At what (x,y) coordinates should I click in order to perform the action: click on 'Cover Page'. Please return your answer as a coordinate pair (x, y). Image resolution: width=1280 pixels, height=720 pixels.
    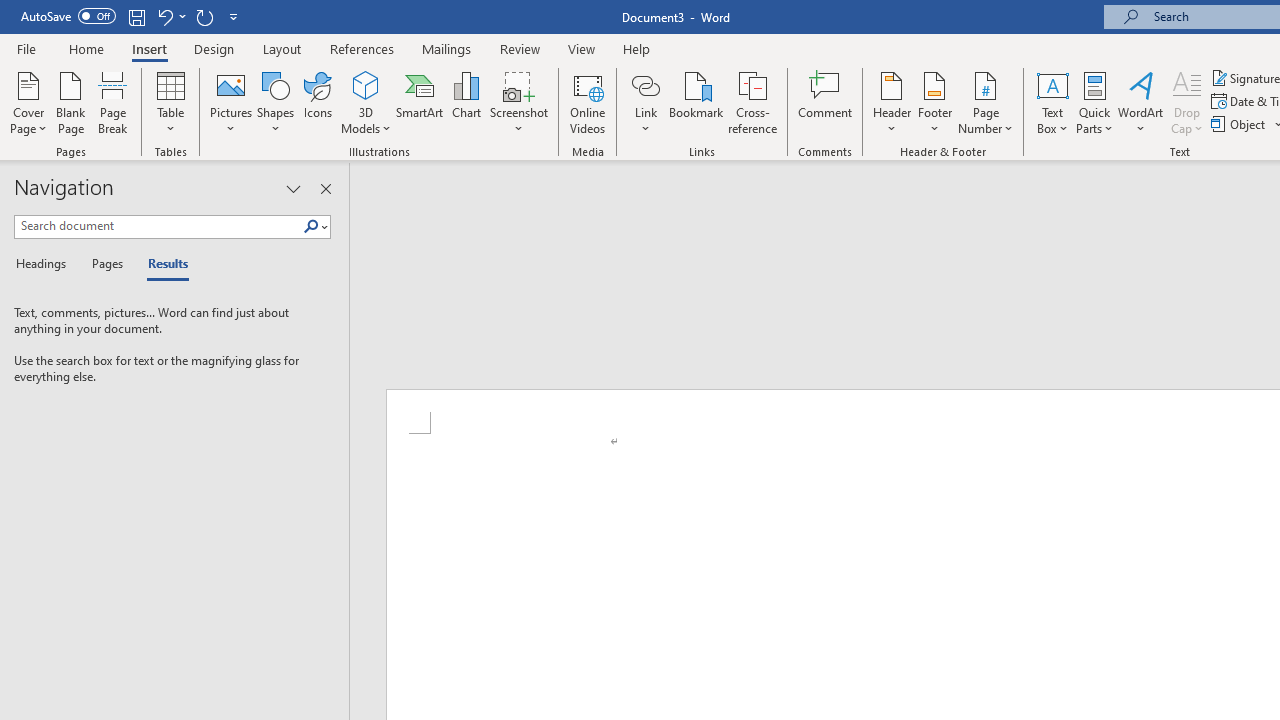
    Looking at the image, I should click on (28, 103).